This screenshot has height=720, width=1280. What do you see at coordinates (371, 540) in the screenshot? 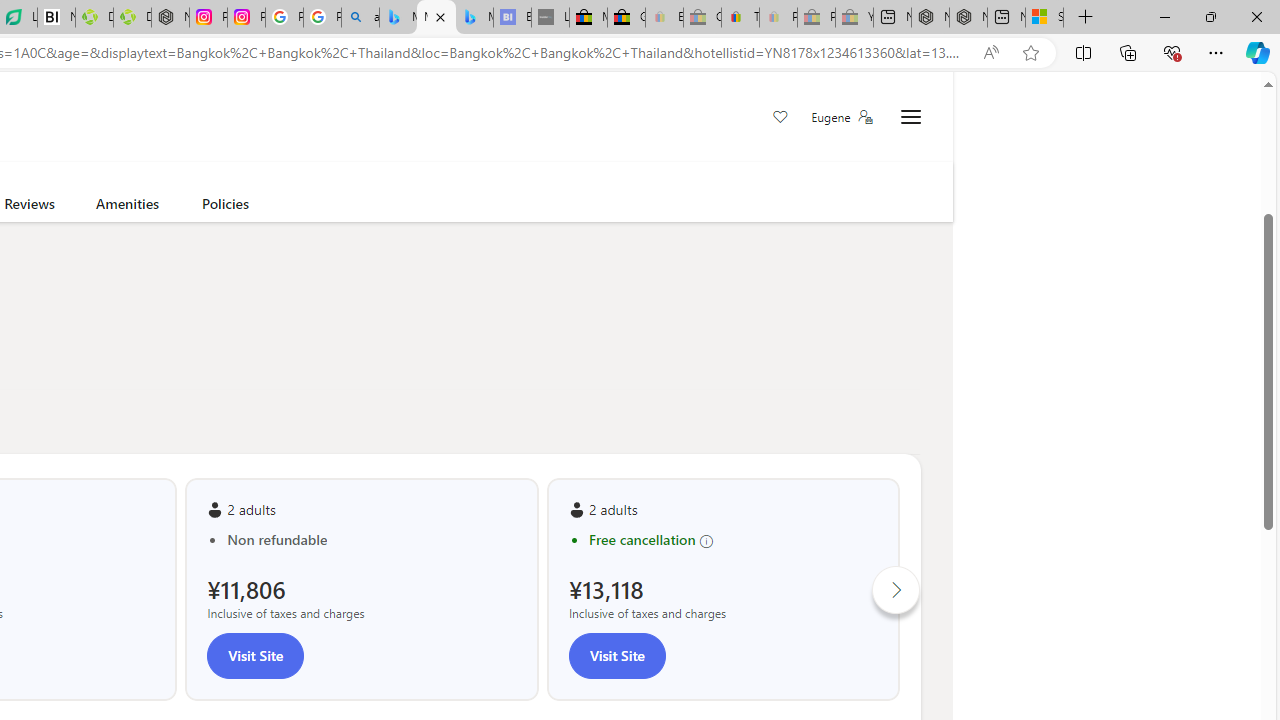
I see `'Non refundable'` at bounding box center [371, 540].